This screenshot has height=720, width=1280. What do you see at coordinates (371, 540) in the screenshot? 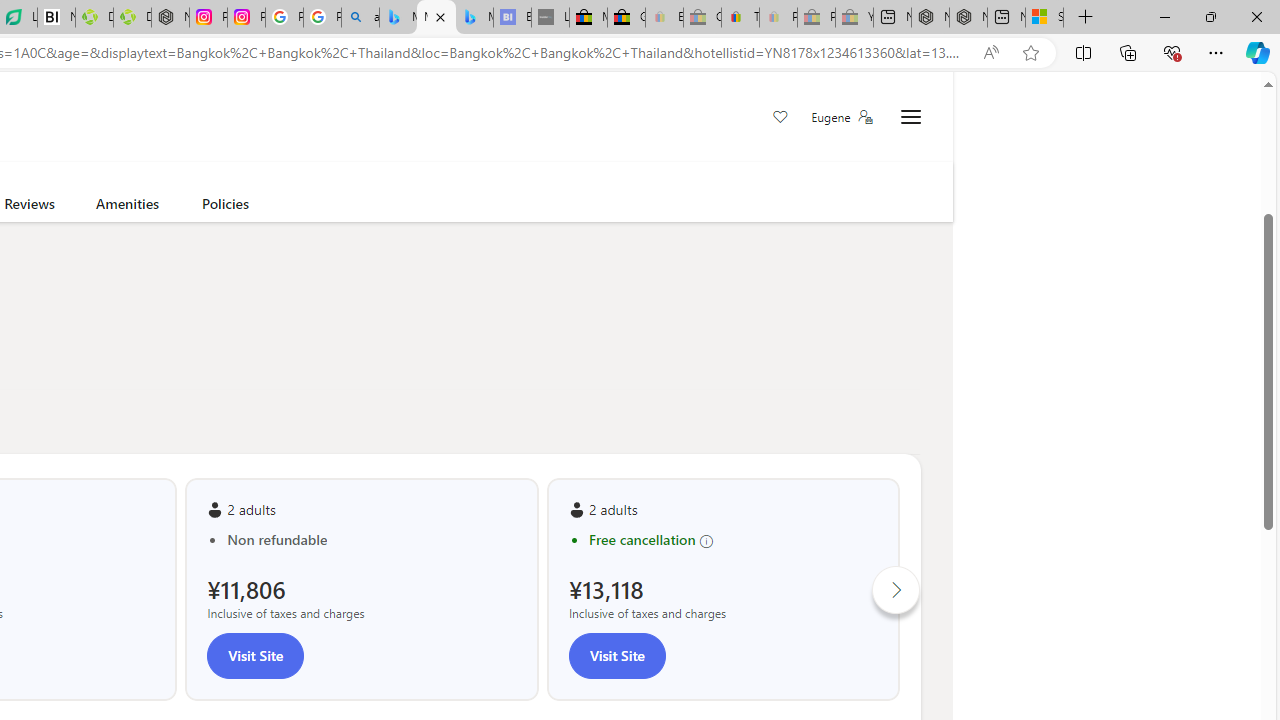
I see `'Non refundable'` at bounding box center [371, 540].